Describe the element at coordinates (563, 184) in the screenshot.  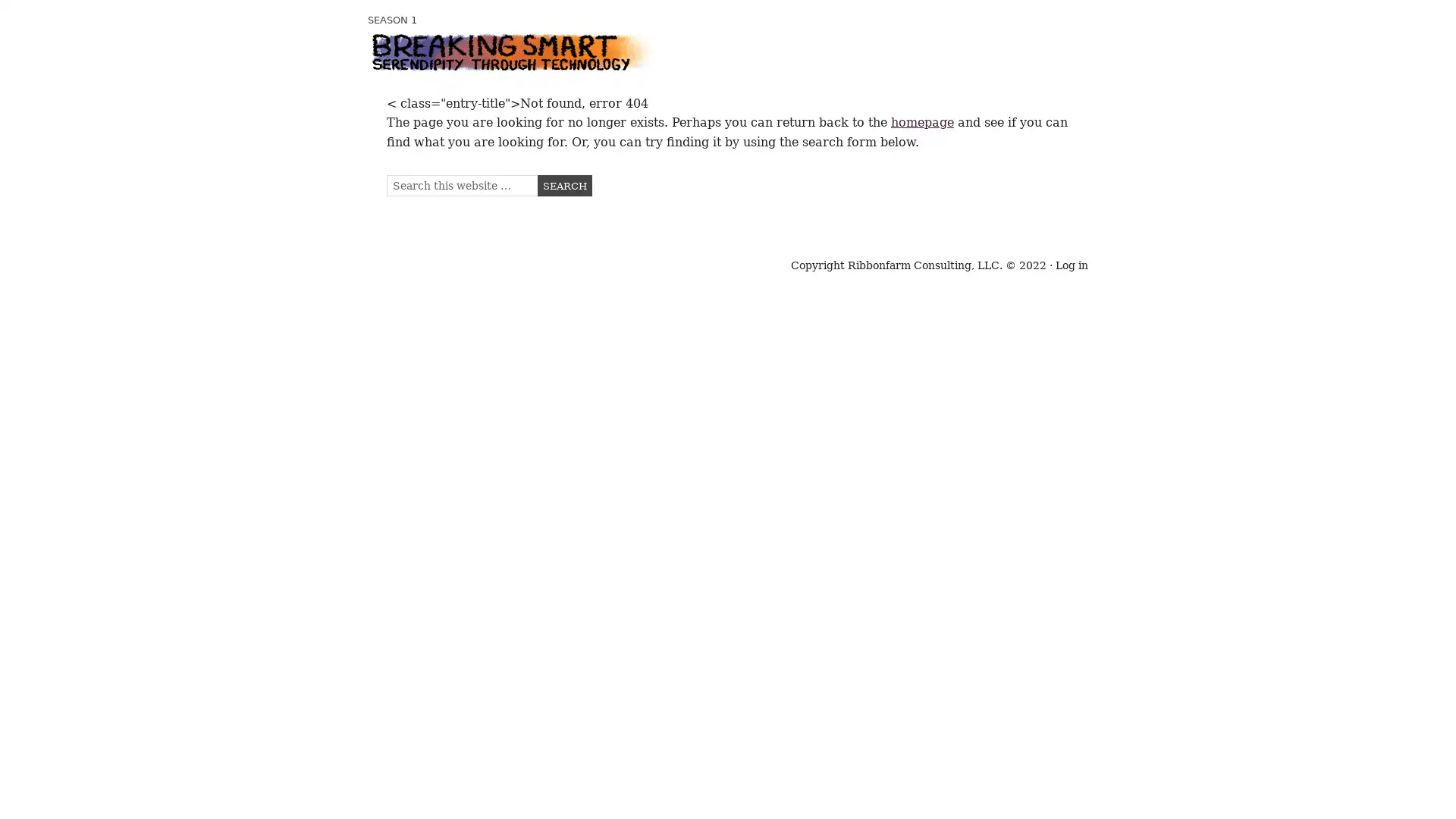
I see `Search` at that location.